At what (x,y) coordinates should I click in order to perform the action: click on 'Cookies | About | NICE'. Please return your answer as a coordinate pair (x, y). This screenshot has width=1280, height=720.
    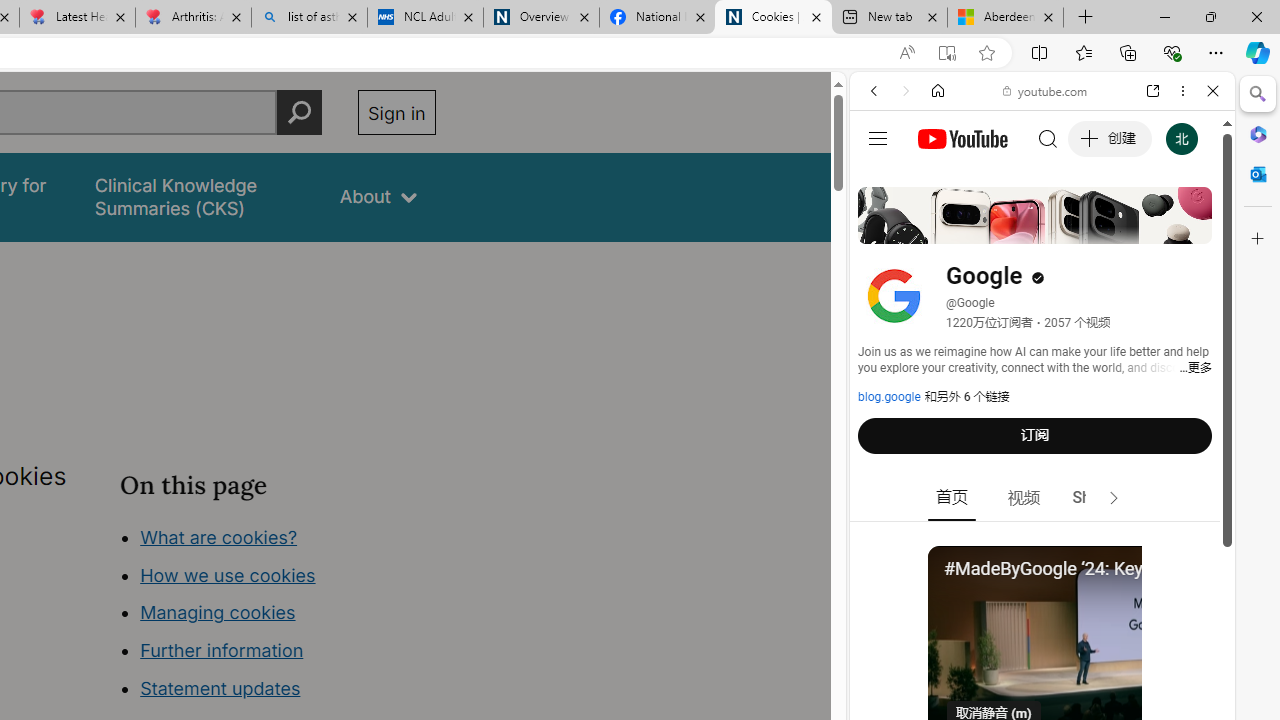
    Looking at the image, I should click on (772, 17).